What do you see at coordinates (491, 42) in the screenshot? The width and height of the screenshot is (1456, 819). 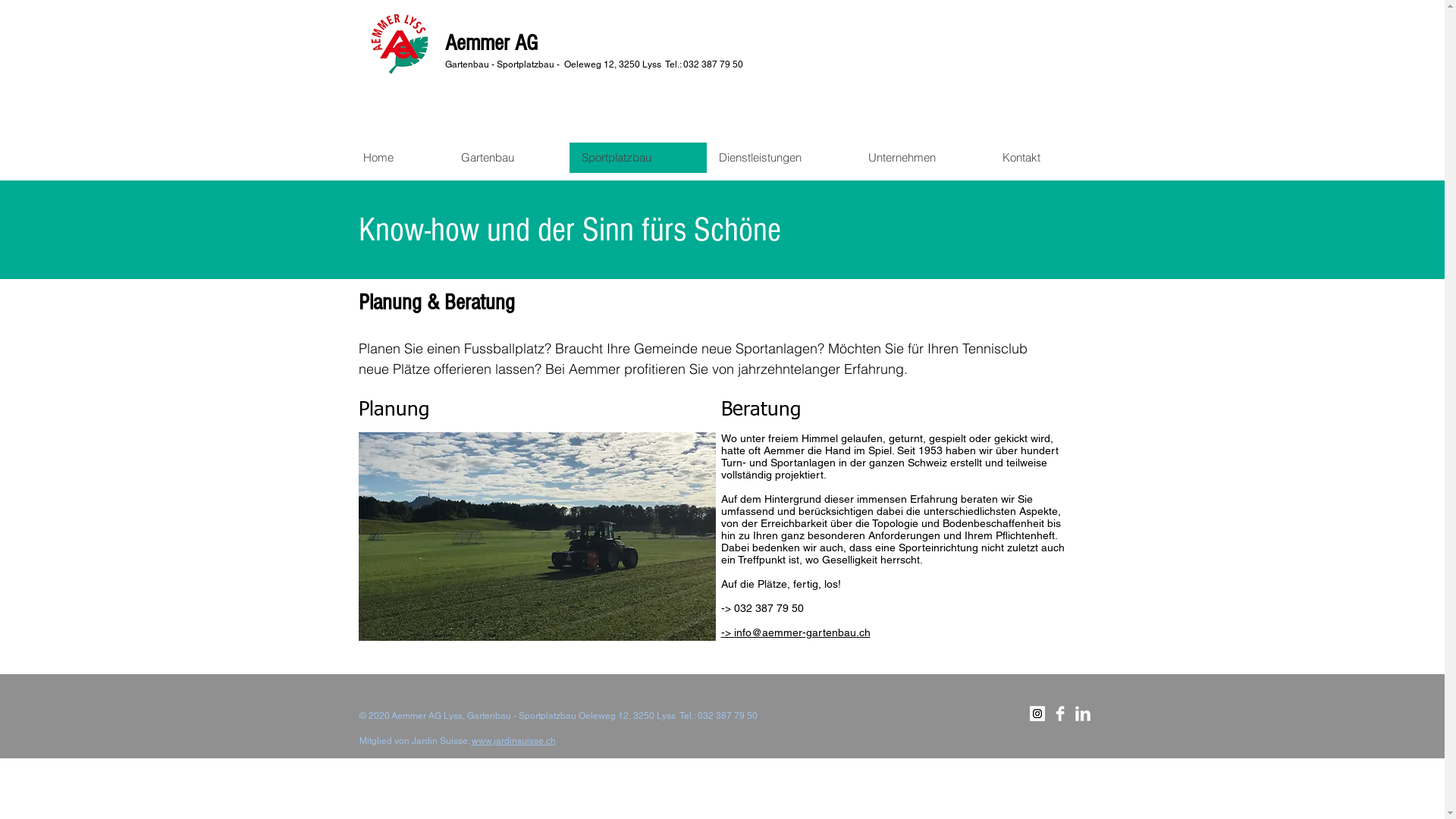 I see `'Aemmer AG'` at bounding box center [491, 42].